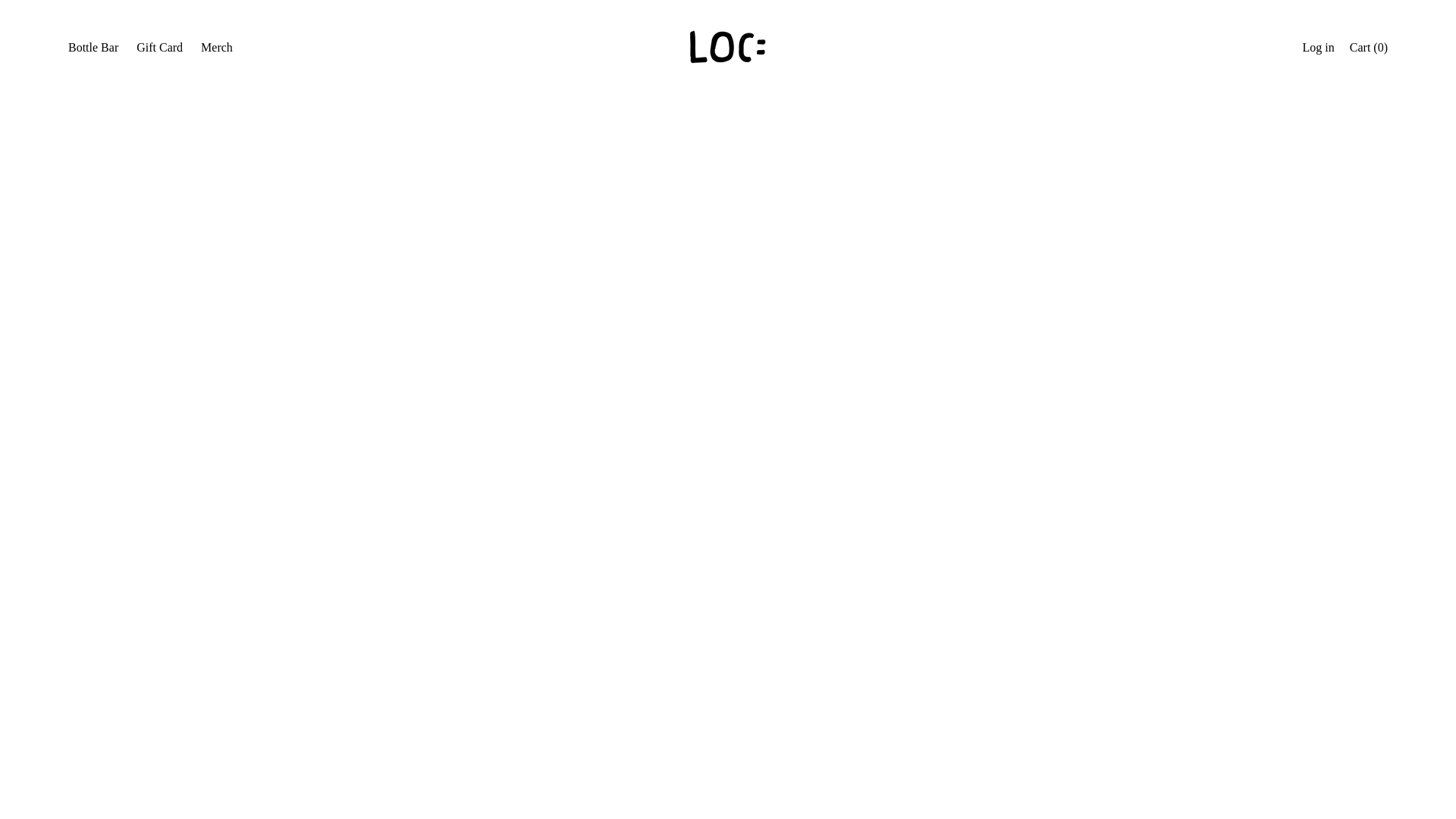 The height and width of the screenshot is (819, 1456). What do you see at coordinates (132, 353) in the screenshot?
I see `'Terms & Conditions'` at bounding box center [132, 353].